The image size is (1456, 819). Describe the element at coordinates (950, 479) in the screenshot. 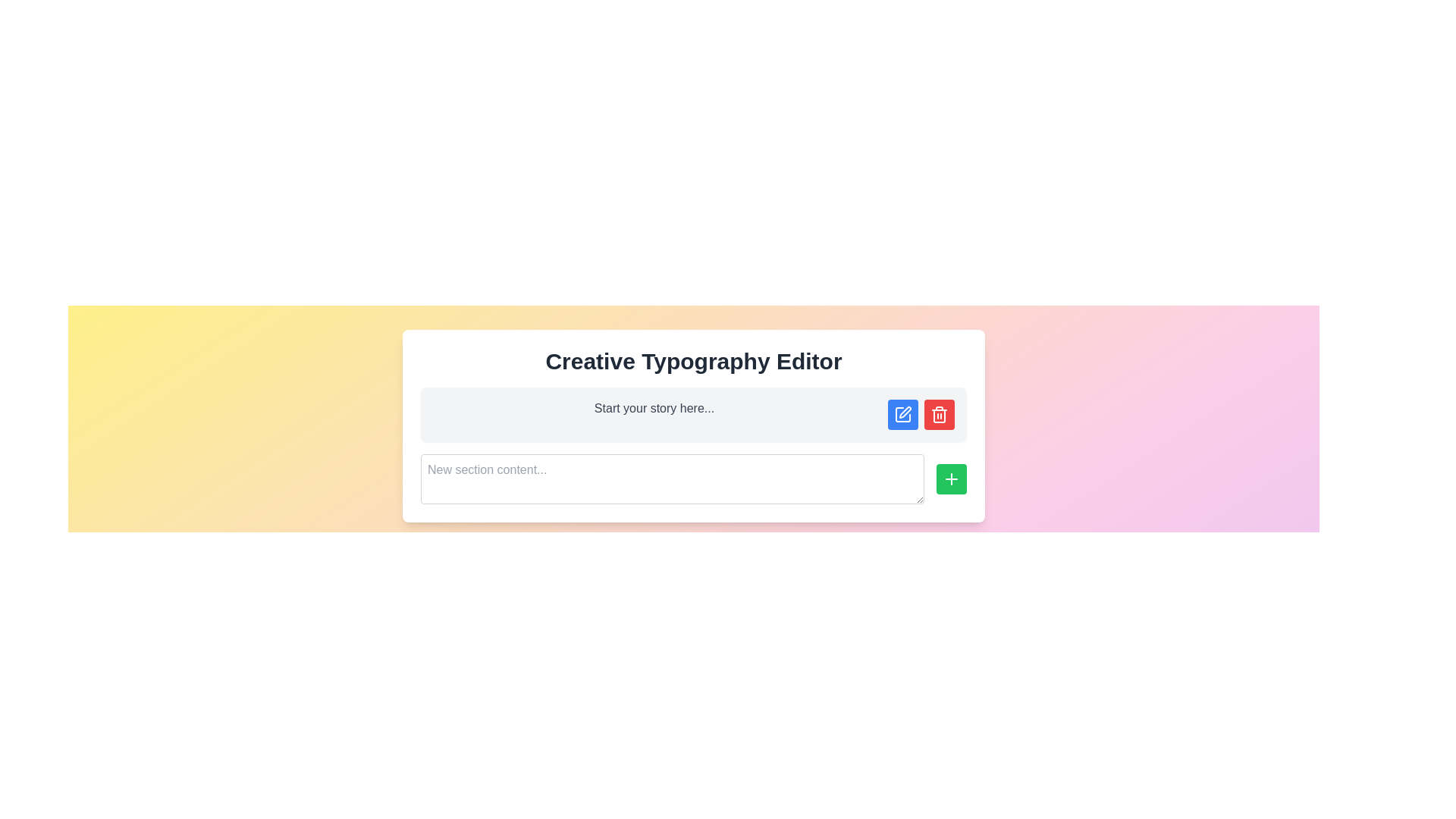

I see `the green rectangular button with rounded corners that contains a white plus symbol at its center` at that location.